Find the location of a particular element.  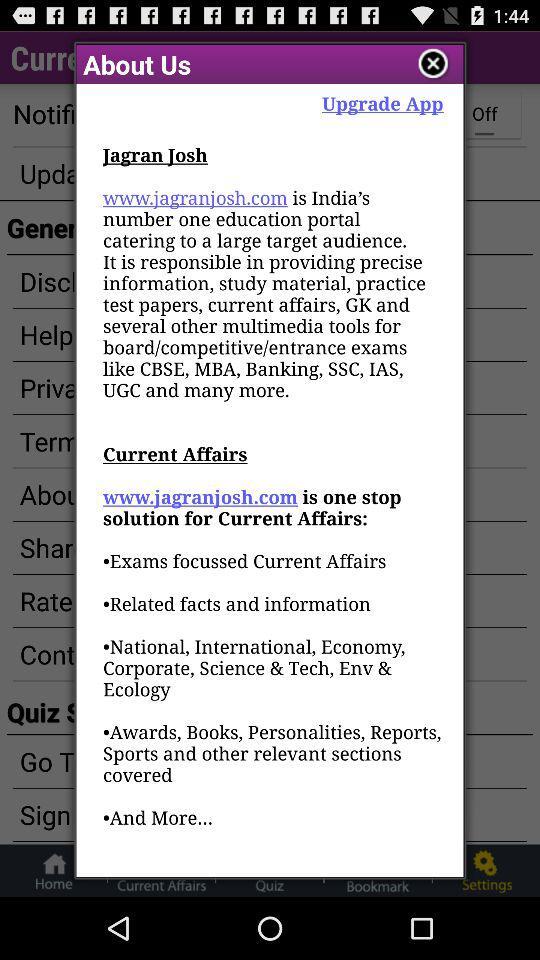

app next to the about us icon is located at coordinates (432, 64).